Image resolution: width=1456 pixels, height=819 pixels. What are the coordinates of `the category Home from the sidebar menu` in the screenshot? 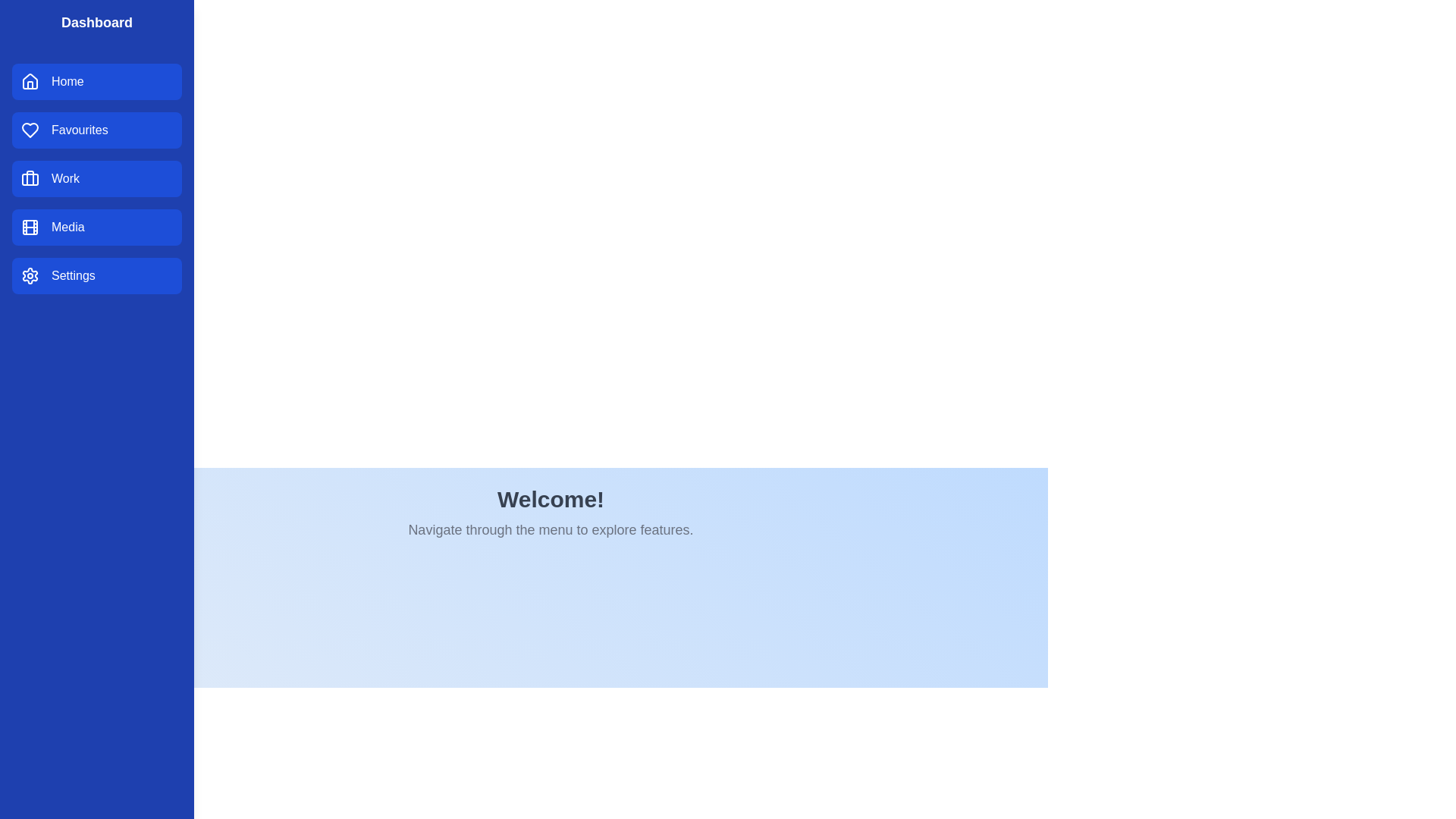 It's located at (96, 82).